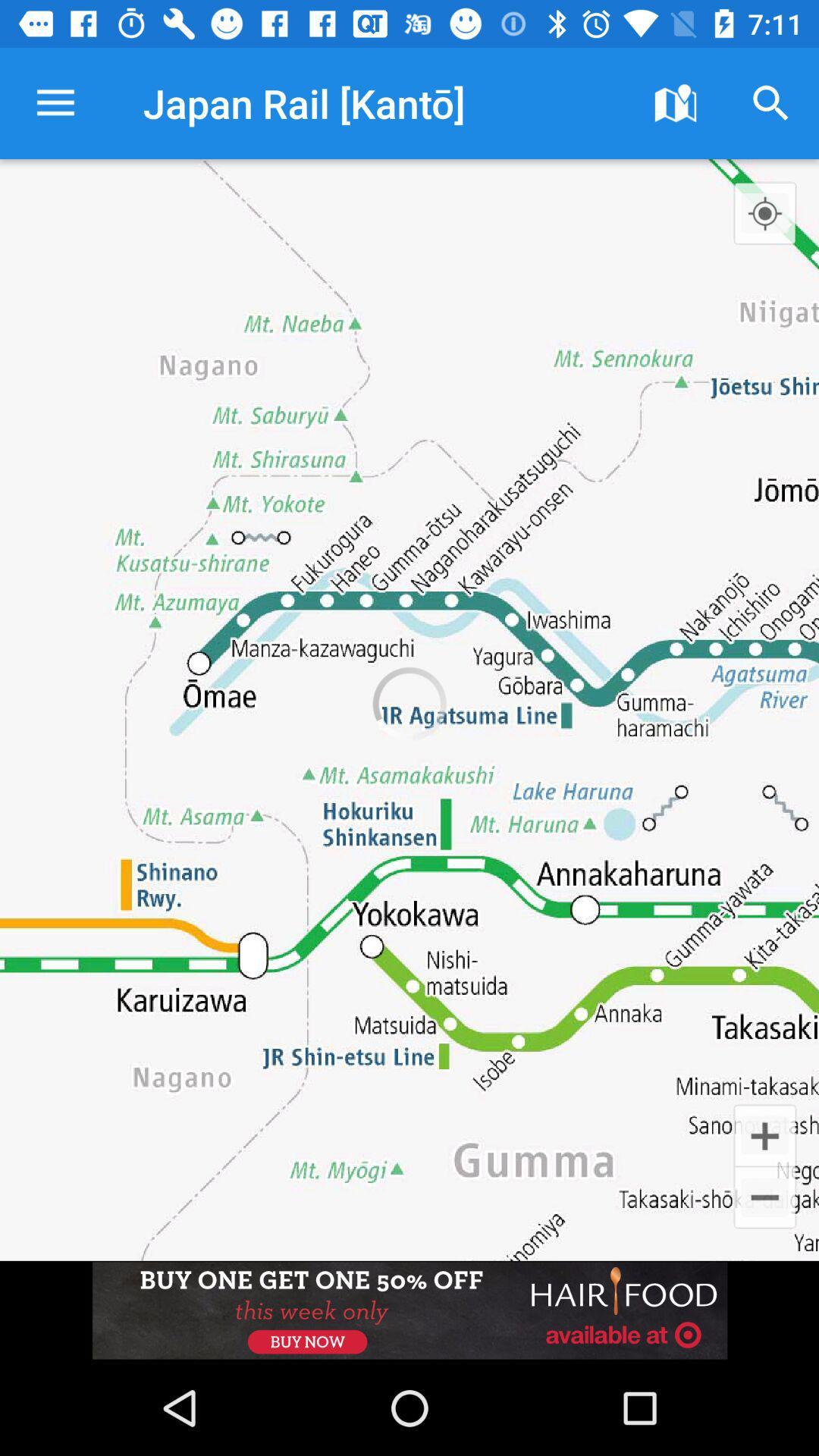 This screenshot has width=819, height=1456. Describe the element at coordinates (764, 1135) in the screenshot. I see `the add icon` at that location.